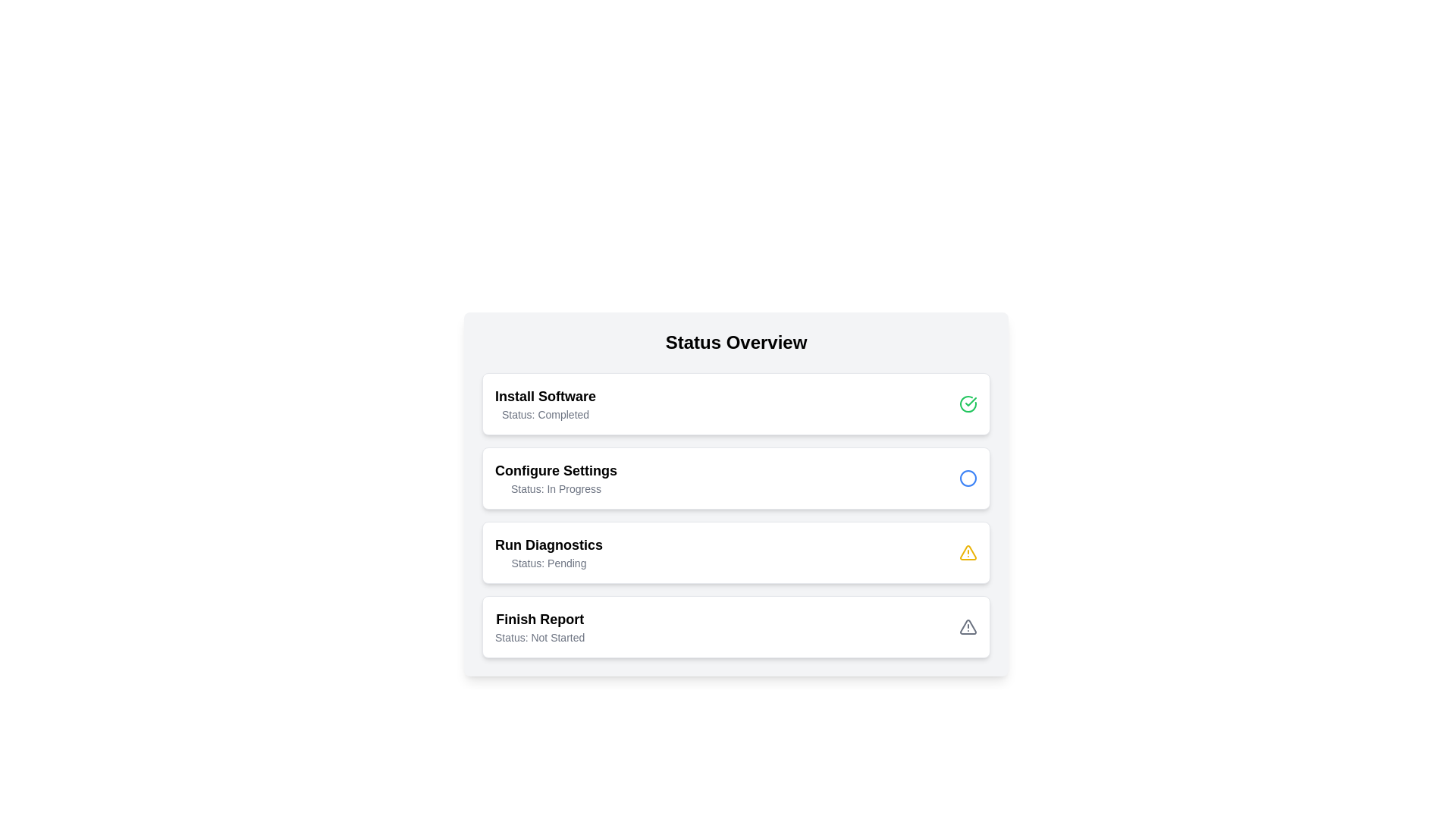 Image resolution: width=1456 pixels, height=819 pixels. I want to click on on the 'Finish Report' text display element, which is the last item in the status list, indicating its status as 'Not Started', so click(540, 626).